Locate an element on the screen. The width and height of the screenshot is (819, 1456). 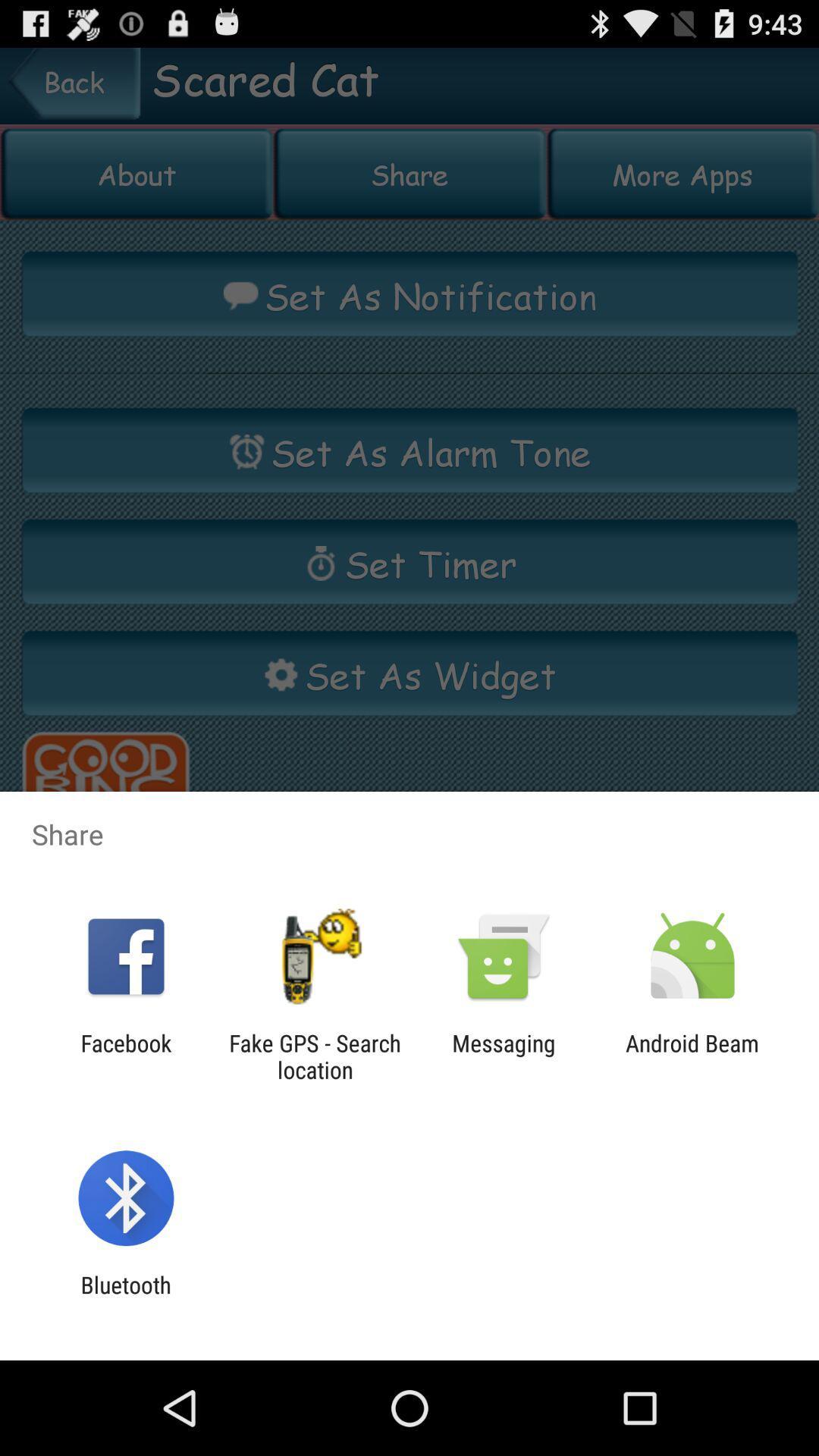
the facebook item is located at coordinates (125, 1056).